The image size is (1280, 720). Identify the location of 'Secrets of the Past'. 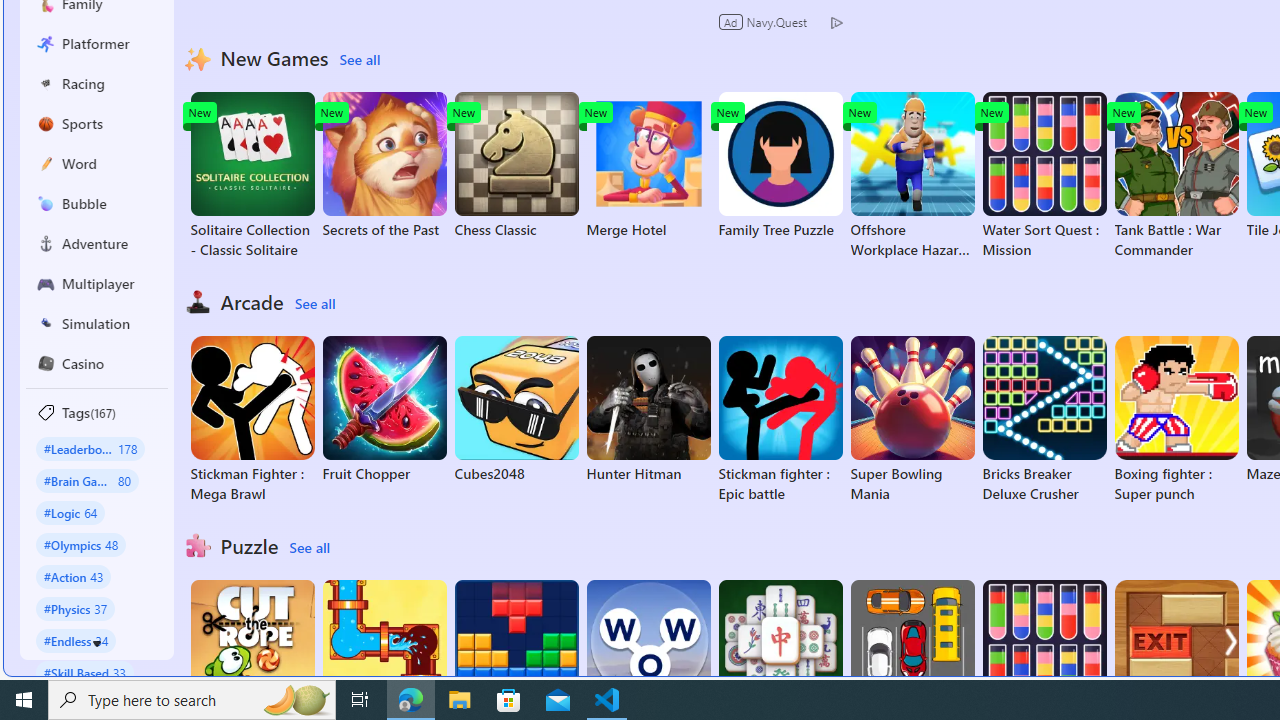
(384, 164).